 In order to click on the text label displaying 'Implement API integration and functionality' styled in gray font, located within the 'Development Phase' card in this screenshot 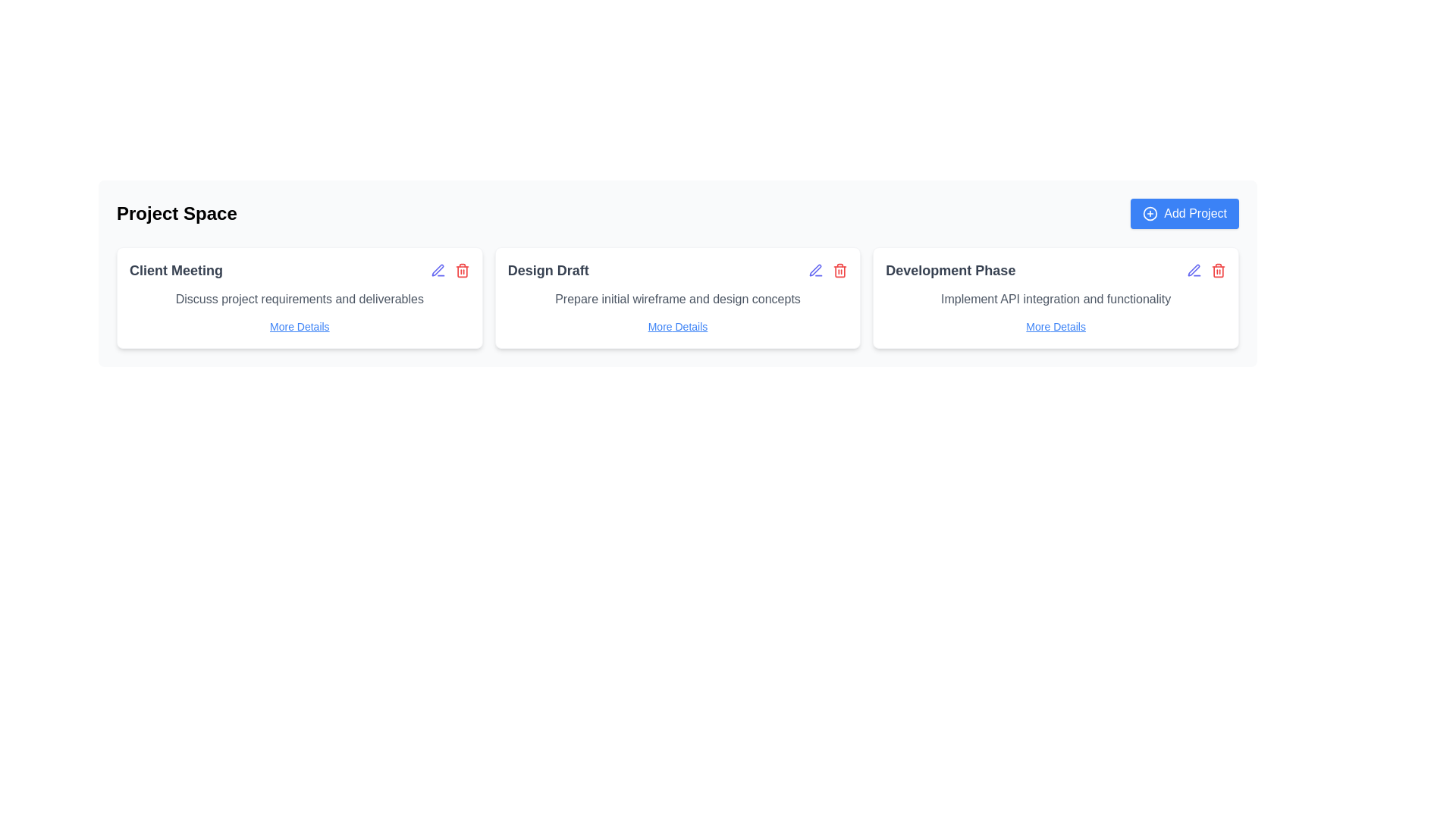, I will do `click(1055, 299)`.